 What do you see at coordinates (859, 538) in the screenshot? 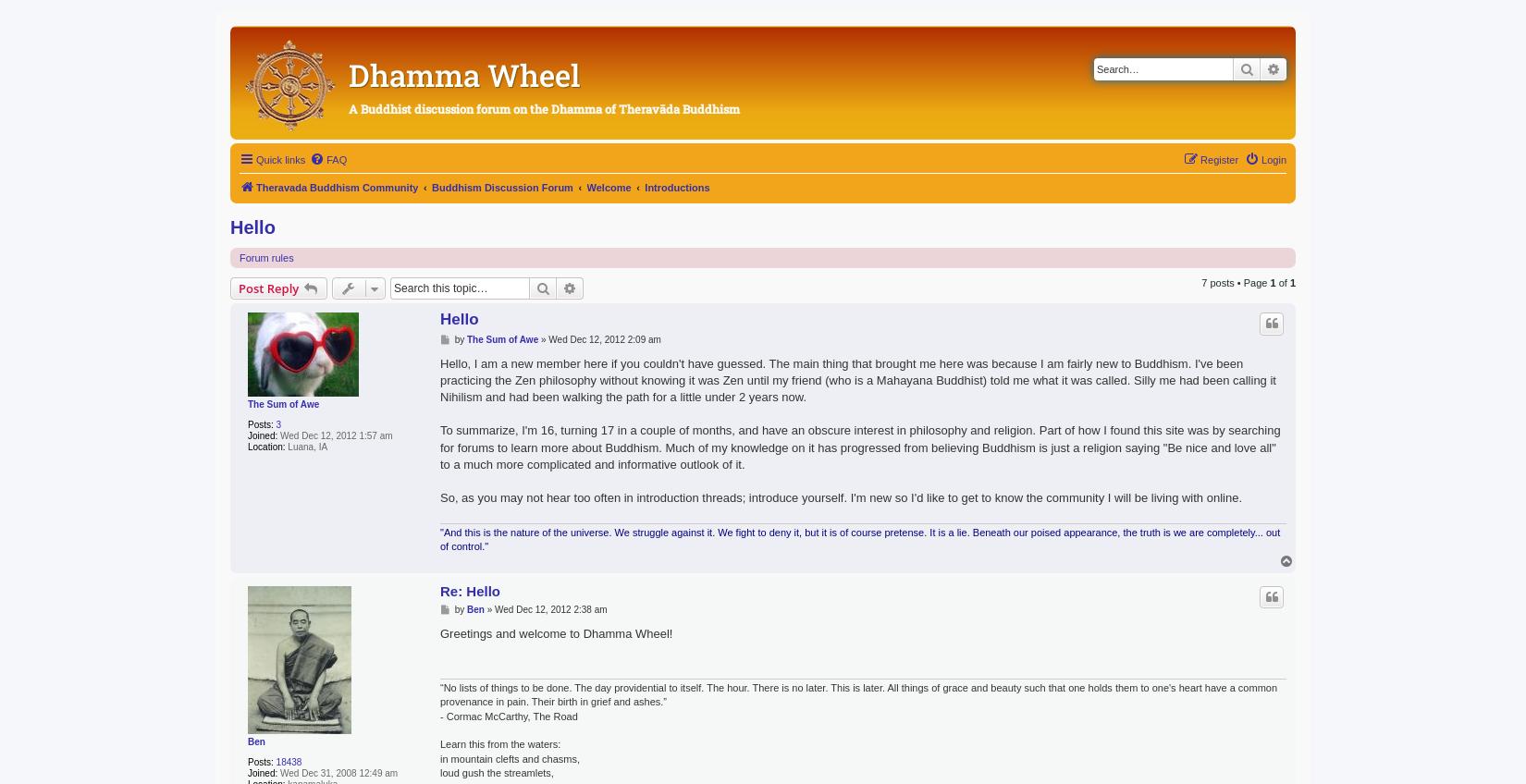
I see `'"And this is the nature of the universe. We struggle against it. We fight to deny it, but it is of course pretense. It is a lie. Beneath our poised appearance, the truth is we are completely... out of control."'` at bounding box center [859, 538].